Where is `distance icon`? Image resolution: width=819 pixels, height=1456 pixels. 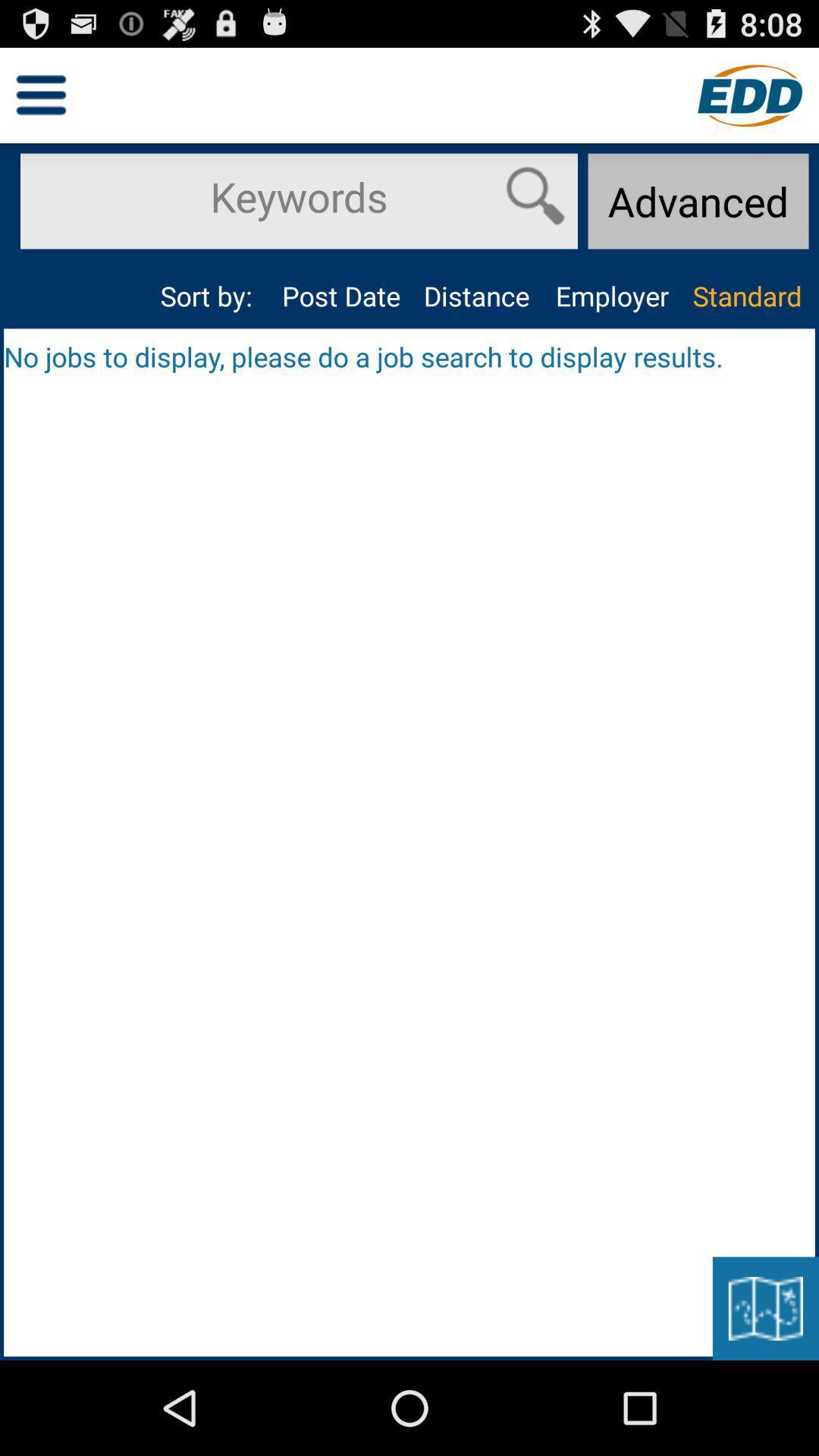
distance icon is located at coordinates (475, 296).